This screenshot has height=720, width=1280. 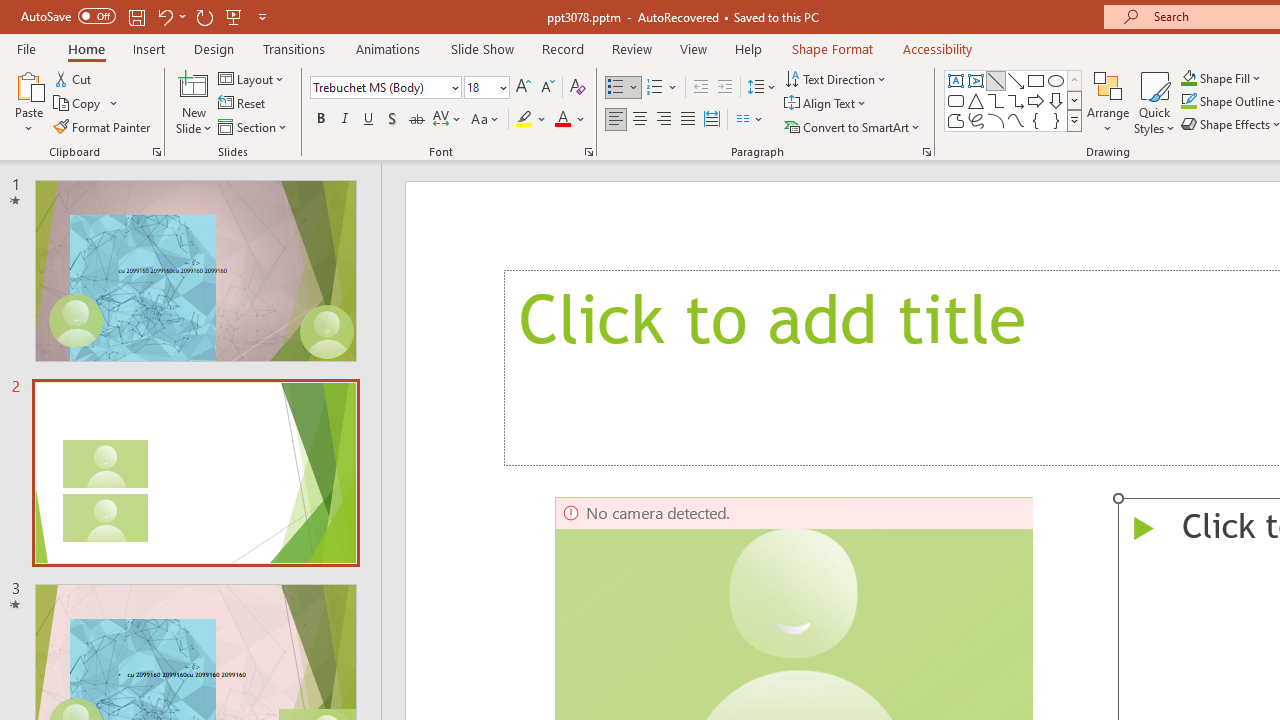 I want to click on 'Freeform: Scribble', so click(x=976, y=120).